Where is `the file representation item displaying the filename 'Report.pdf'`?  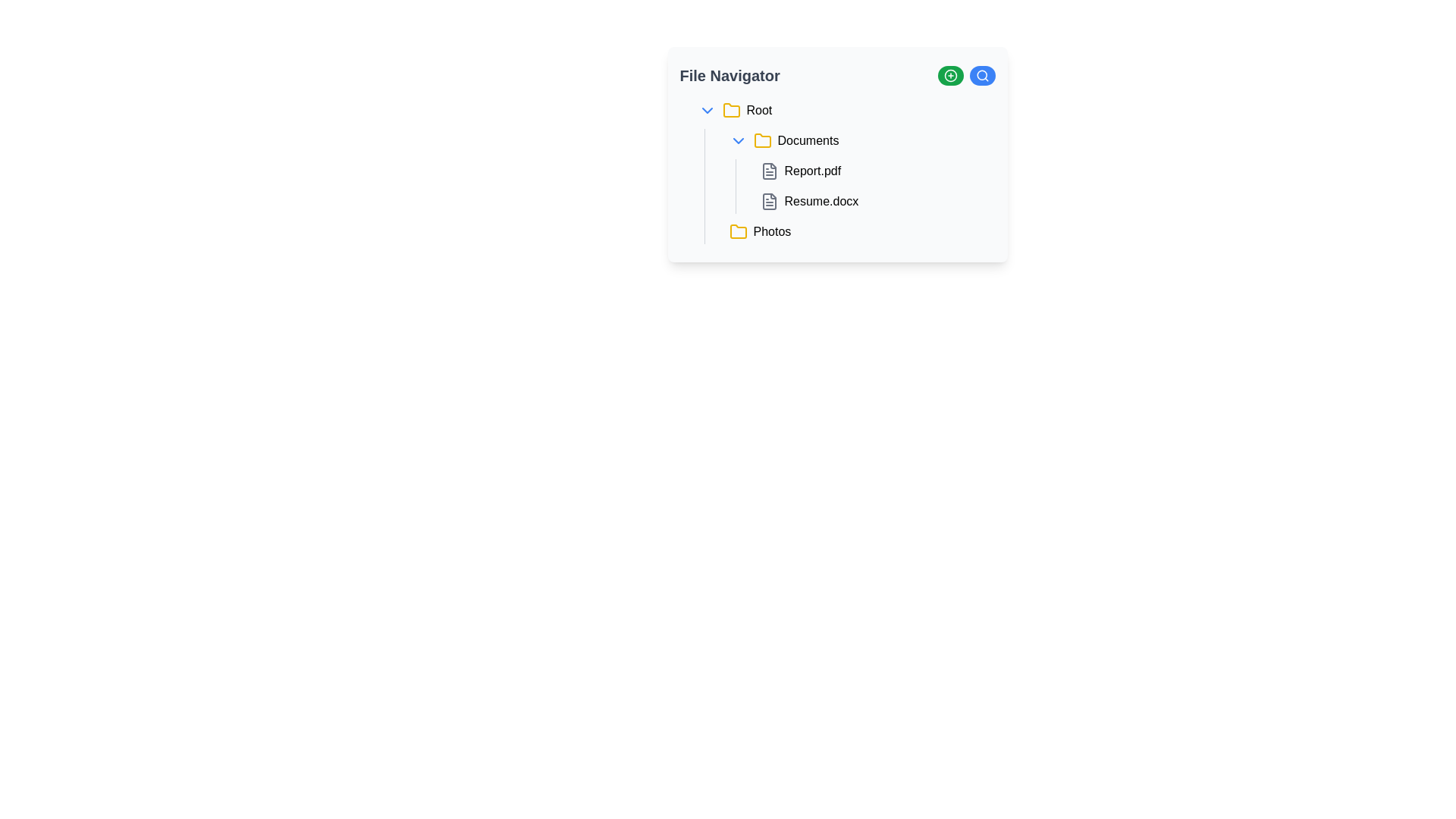 the file representation item displaying the filename 'Report.pdf' is located at coordinates (858, 171).